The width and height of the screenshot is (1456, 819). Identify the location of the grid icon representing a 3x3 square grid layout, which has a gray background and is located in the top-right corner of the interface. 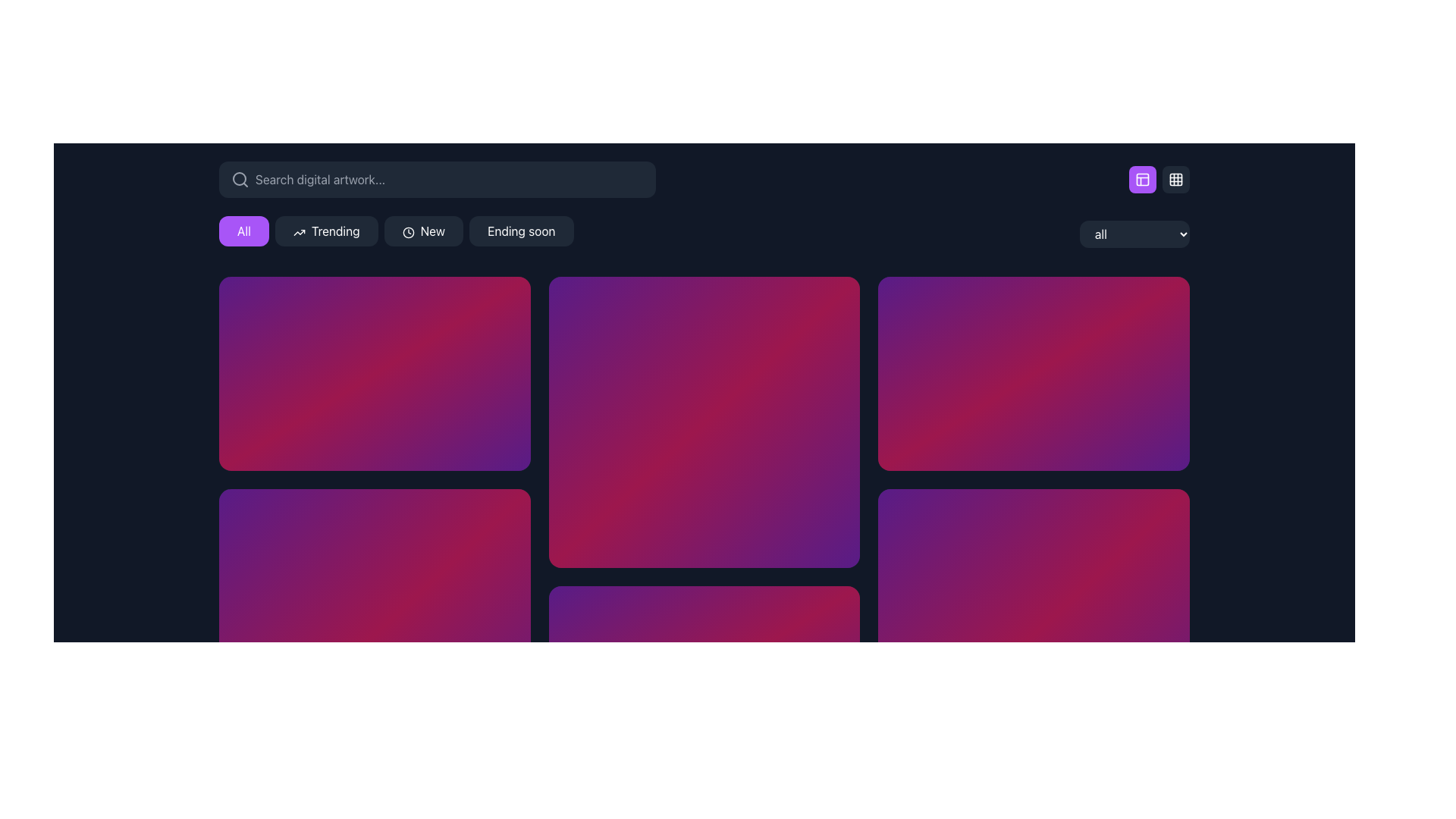
(1175, 178).